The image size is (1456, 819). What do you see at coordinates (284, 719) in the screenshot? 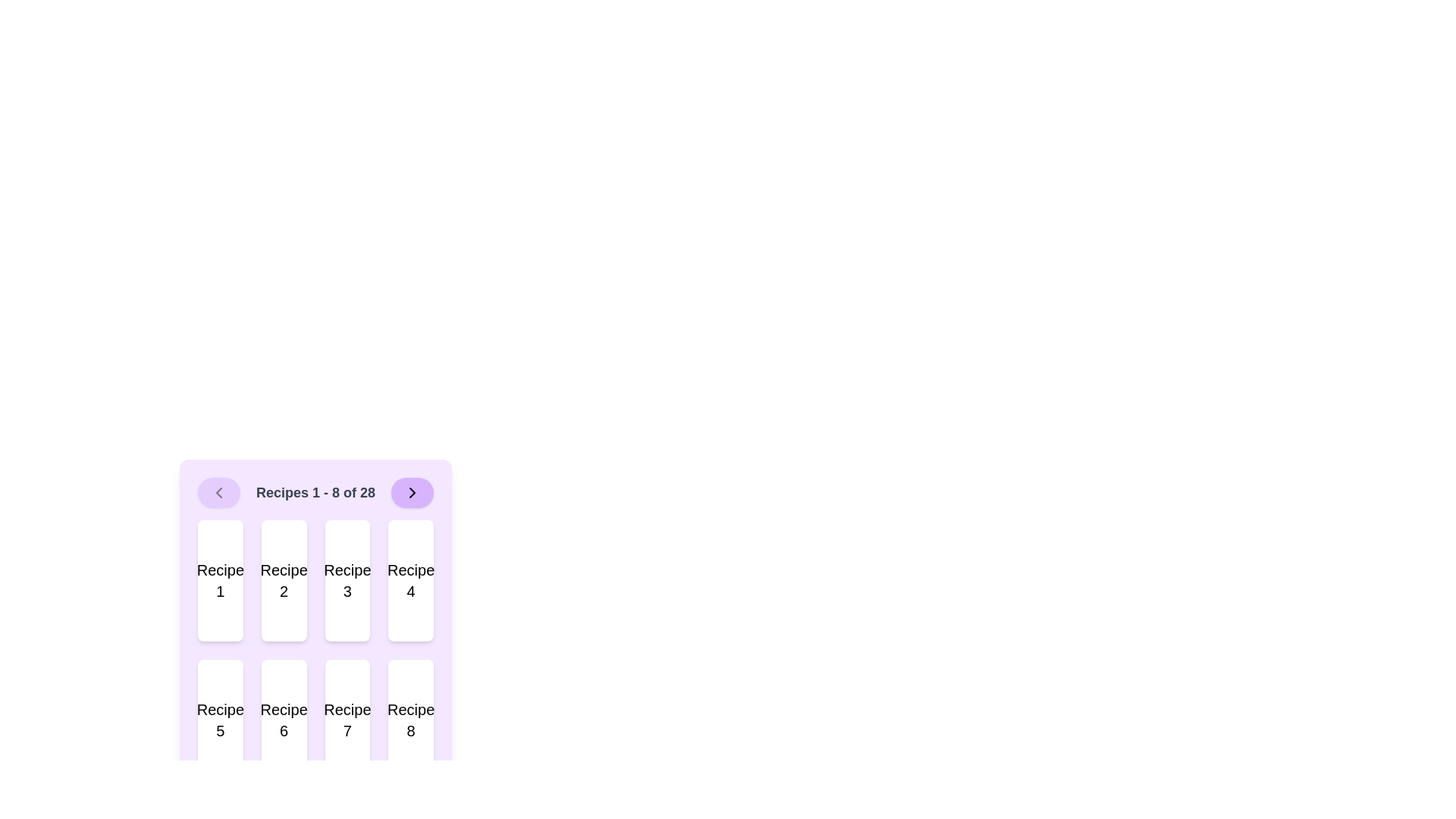
I see `the Card component displaying details about 'Recipe 6', located in the bottom row of a 2x4 grid layout, between 'Recipe 5' and 'Recipe 7'` at bounding box center [284, 719].